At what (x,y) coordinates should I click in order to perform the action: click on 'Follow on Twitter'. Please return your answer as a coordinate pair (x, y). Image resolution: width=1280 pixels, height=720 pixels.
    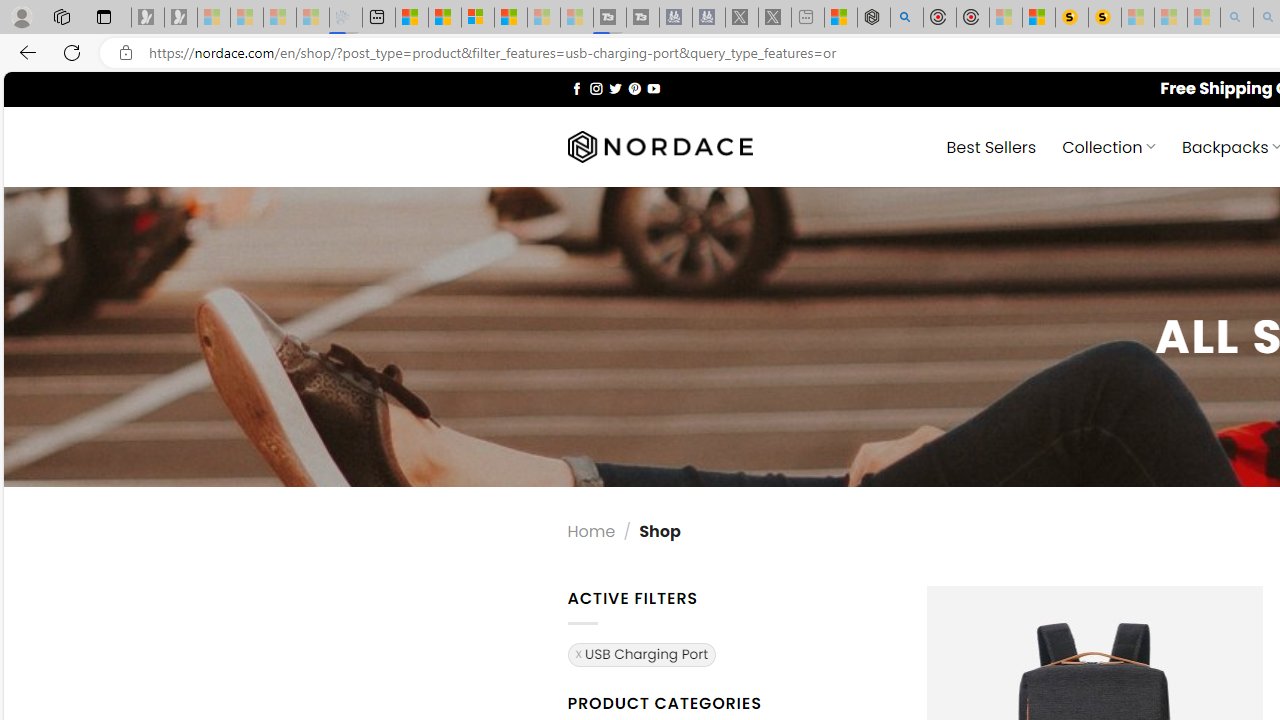
    Looking at the image, I should click on (614, 87).